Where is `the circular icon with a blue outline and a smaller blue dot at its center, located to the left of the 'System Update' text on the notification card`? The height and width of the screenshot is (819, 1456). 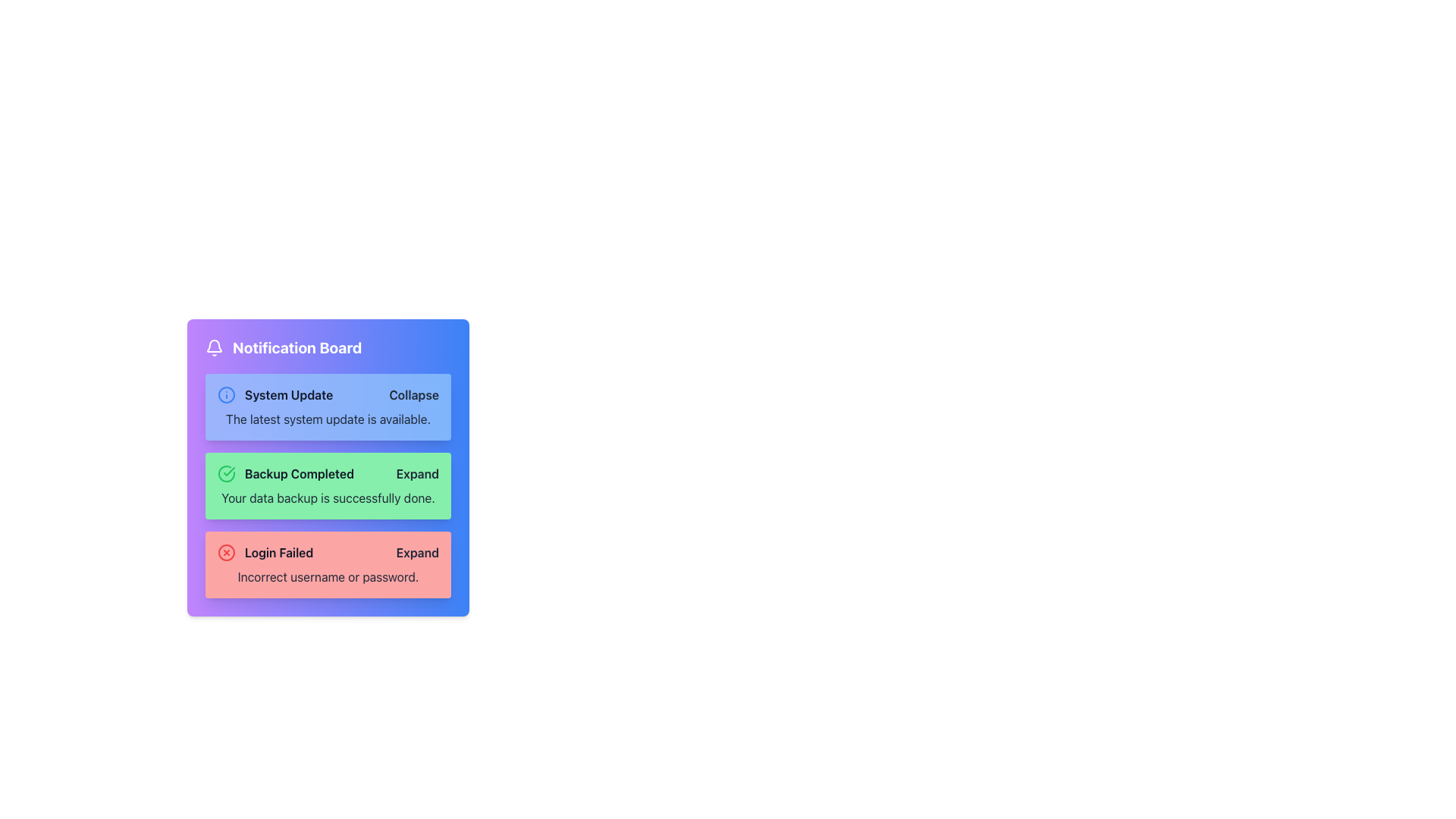 the circular icon with a blue outline and a smaller blue dot at its center, located to the left of the 'System Update' text on the notification card is located at coordinates (225, 394).